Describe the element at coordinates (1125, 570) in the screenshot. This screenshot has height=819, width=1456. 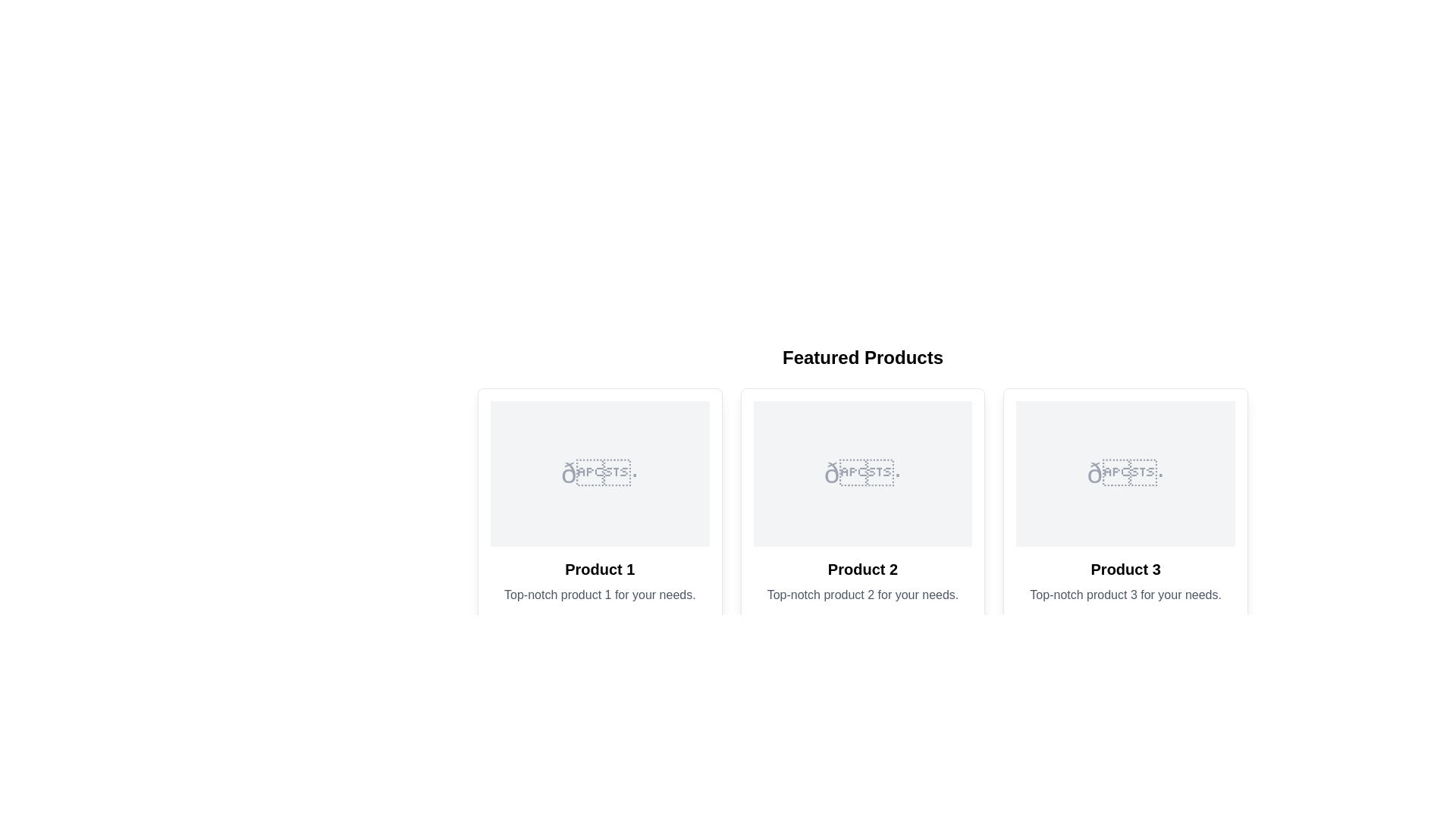
I see `the text label displaying 'Product 3', which is the third item in a horizontally aligned list of product details, positioned below an icon and above a description paragraph` at that location.